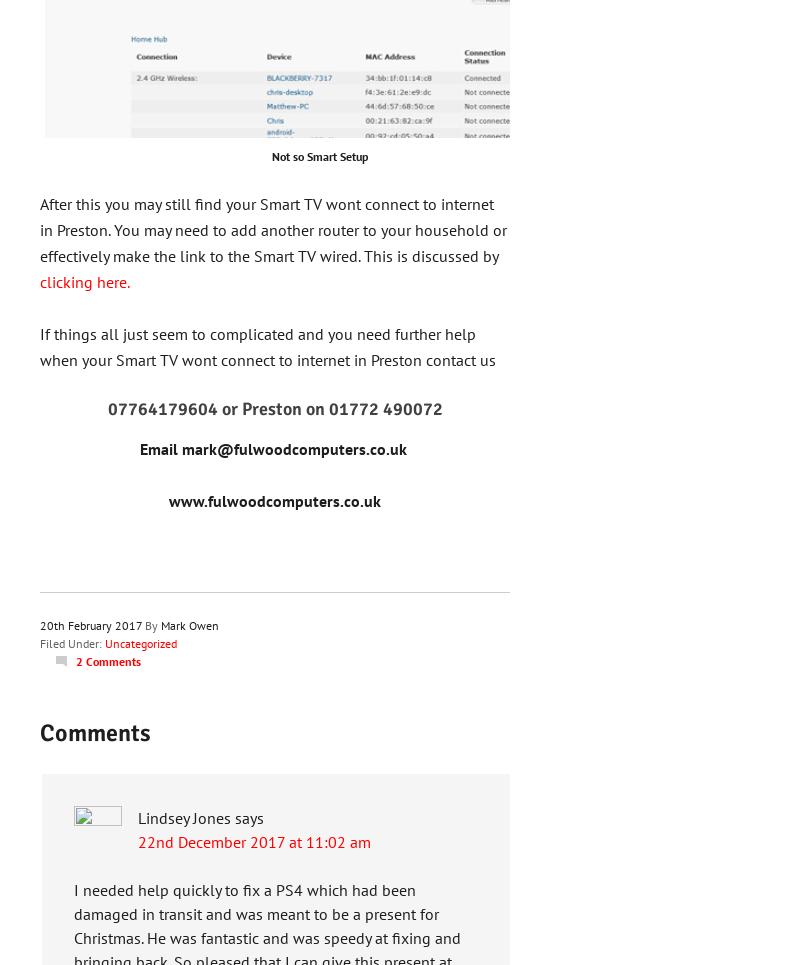 The height and width of the screenshot is (965, 800). Describe the element at coordinates (275, 501) in the screenshot. I see `'www.fulwoodcomputers.co.uk'` at that location.